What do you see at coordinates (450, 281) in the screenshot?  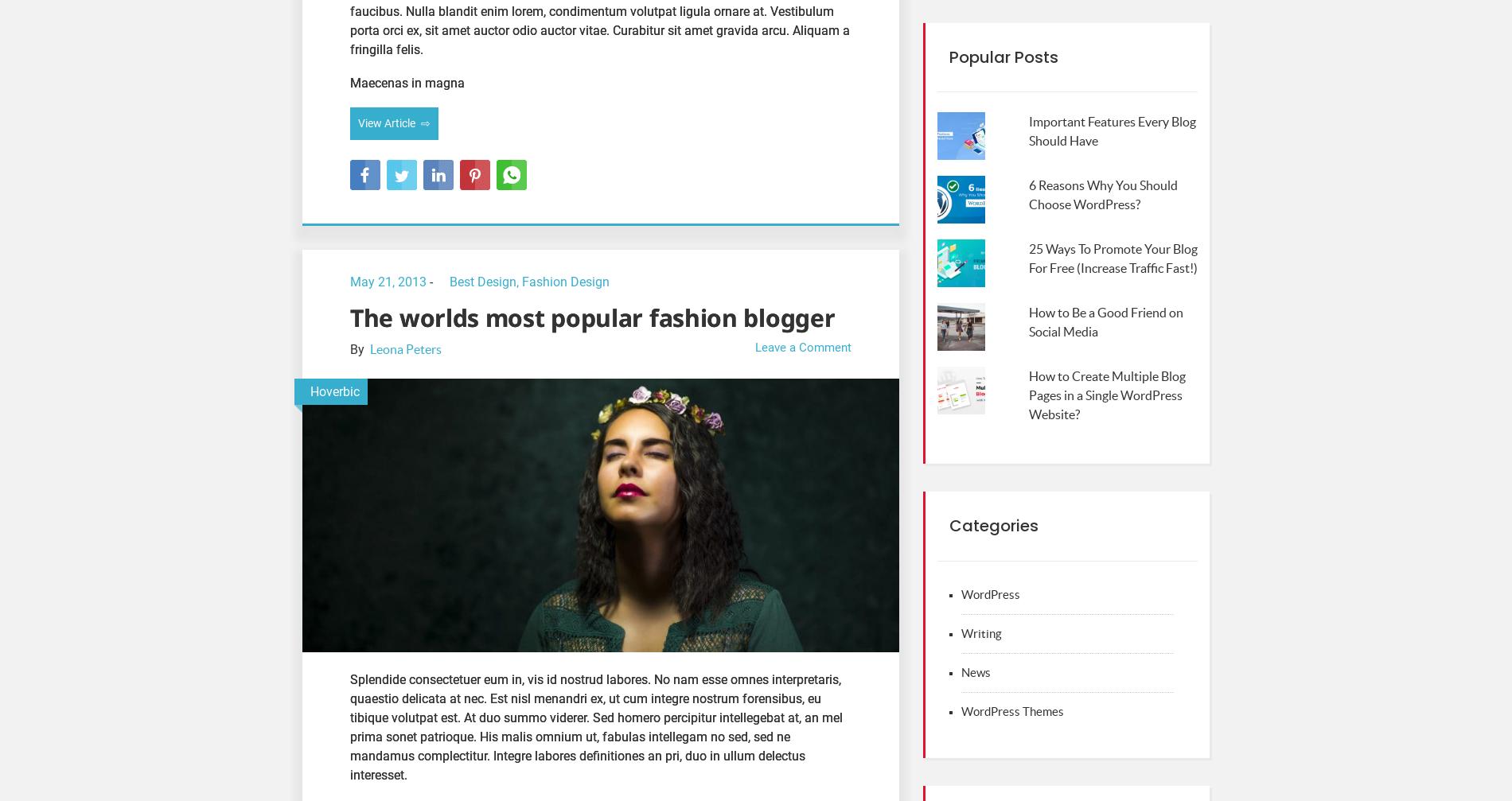 I see `'Best Design'` at bounding box center [450, 281].